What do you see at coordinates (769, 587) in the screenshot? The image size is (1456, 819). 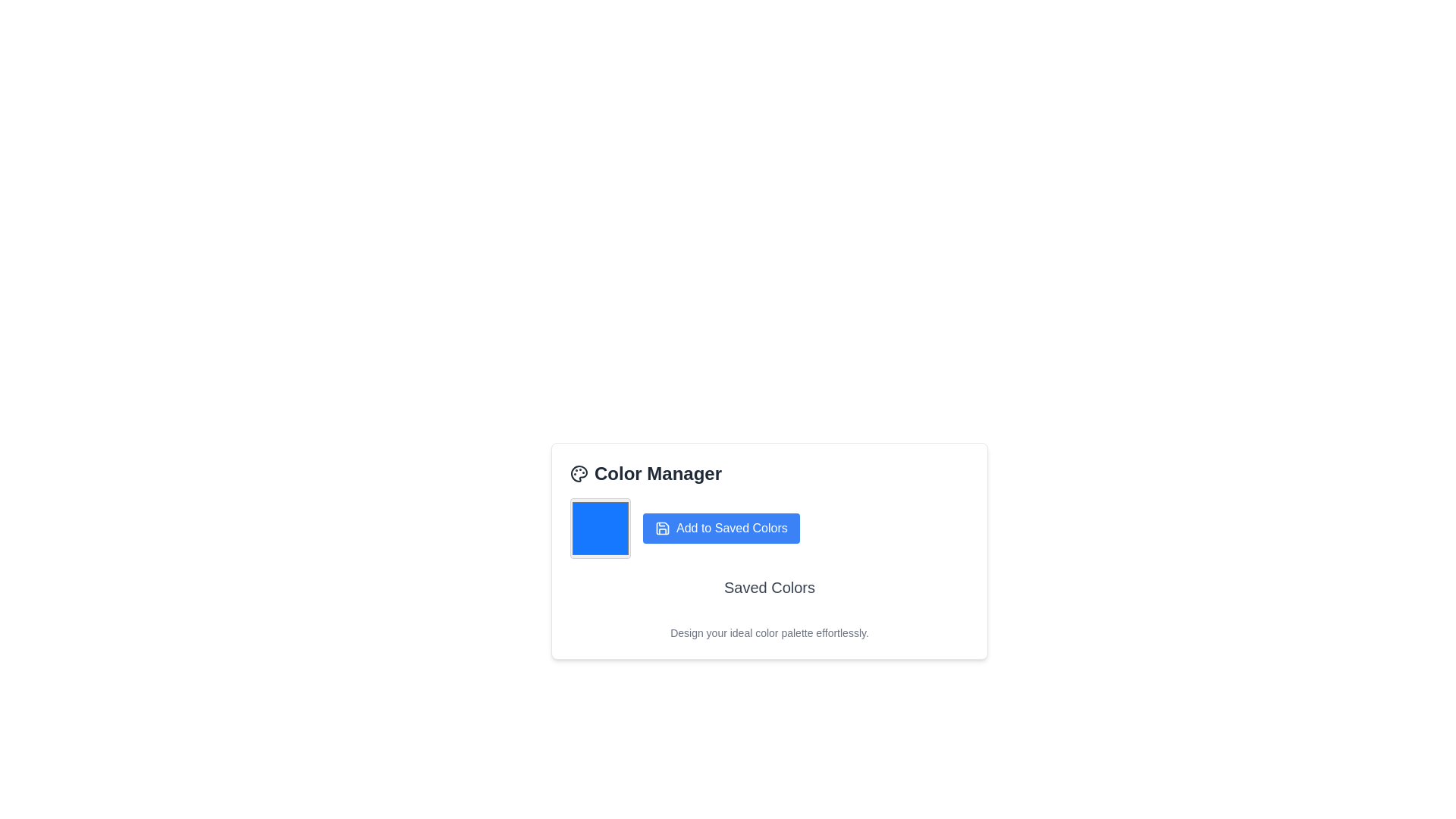 I see `the 'Saved Colors' static text label element, which is styled in a large gray font and positioned below the 'Add to Saved Colors' button in the middle section of the UI` at bounding box center [769, 587].